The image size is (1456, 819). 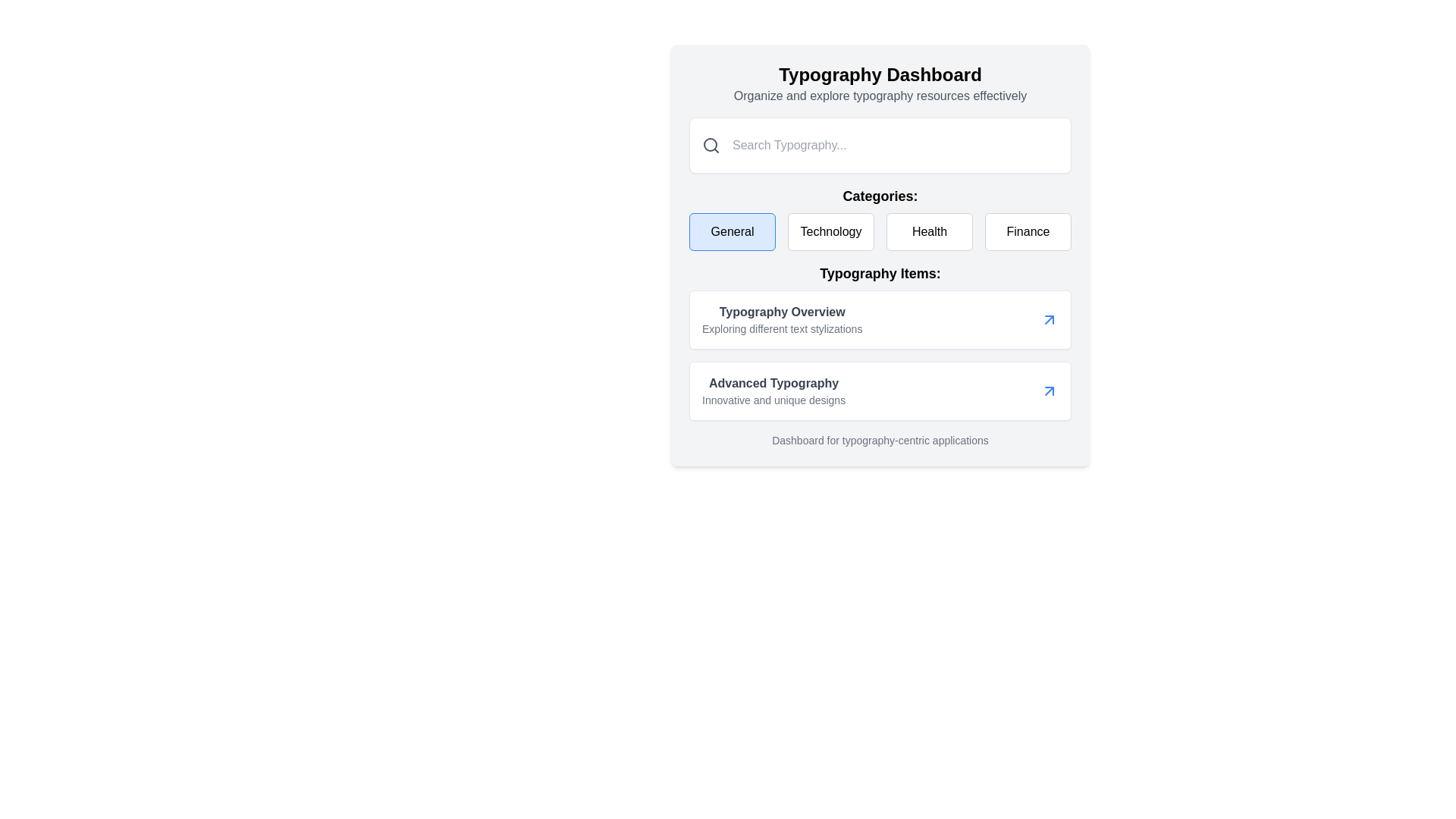 What do you see at coordinates (880, 84) in the screenshot?
I see `text of the composite element consisting of a bold header 'Typography Dashboard' and a subtitle 'Organize and explore typography resources effectively', located at the top center of the interface` at bounding box center [880, 84].